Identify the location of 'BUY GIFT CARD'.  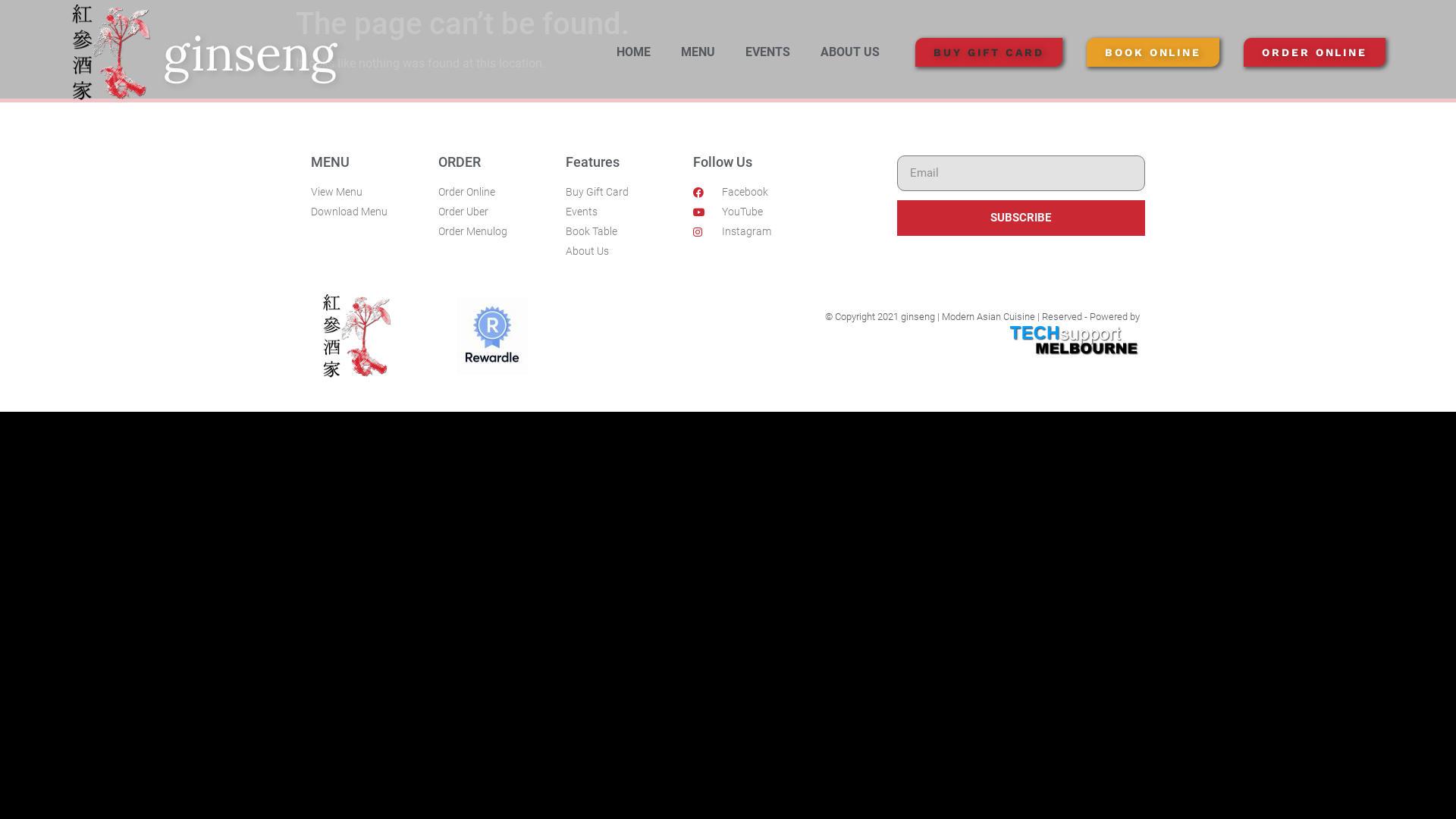
(989, 52).